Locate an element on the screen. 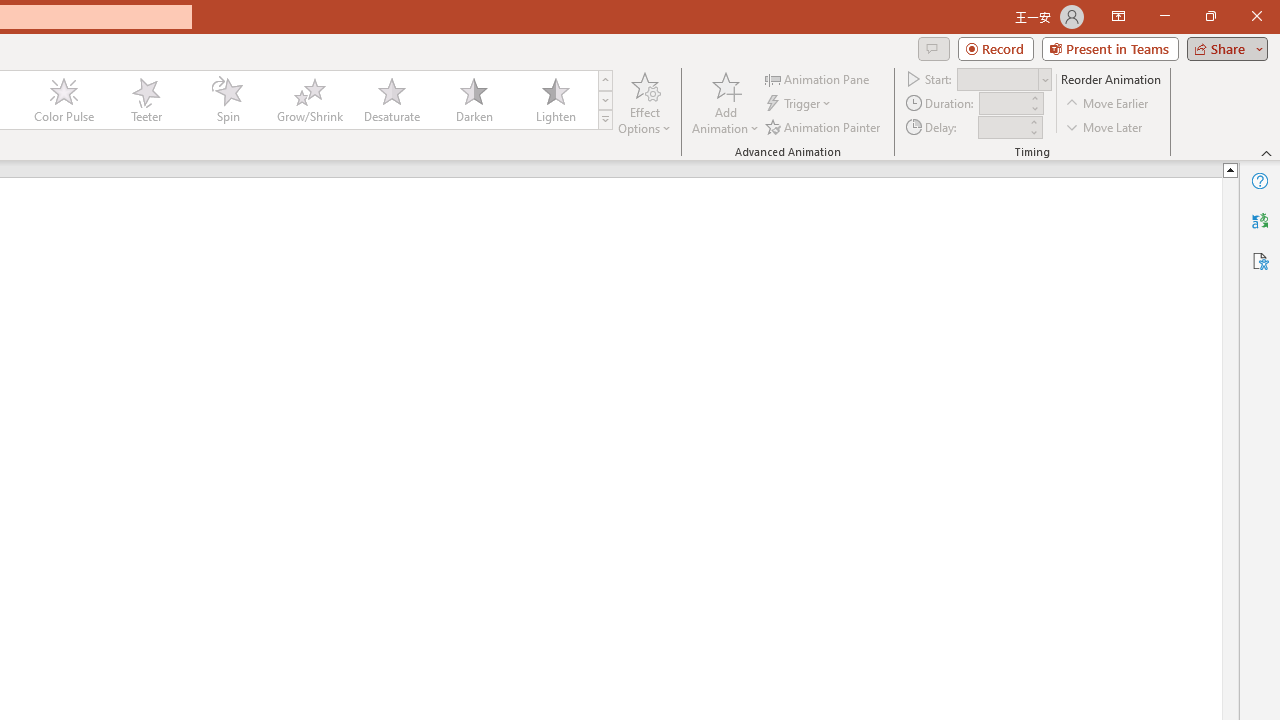  'Comments' is located at coordinates (932, 47).